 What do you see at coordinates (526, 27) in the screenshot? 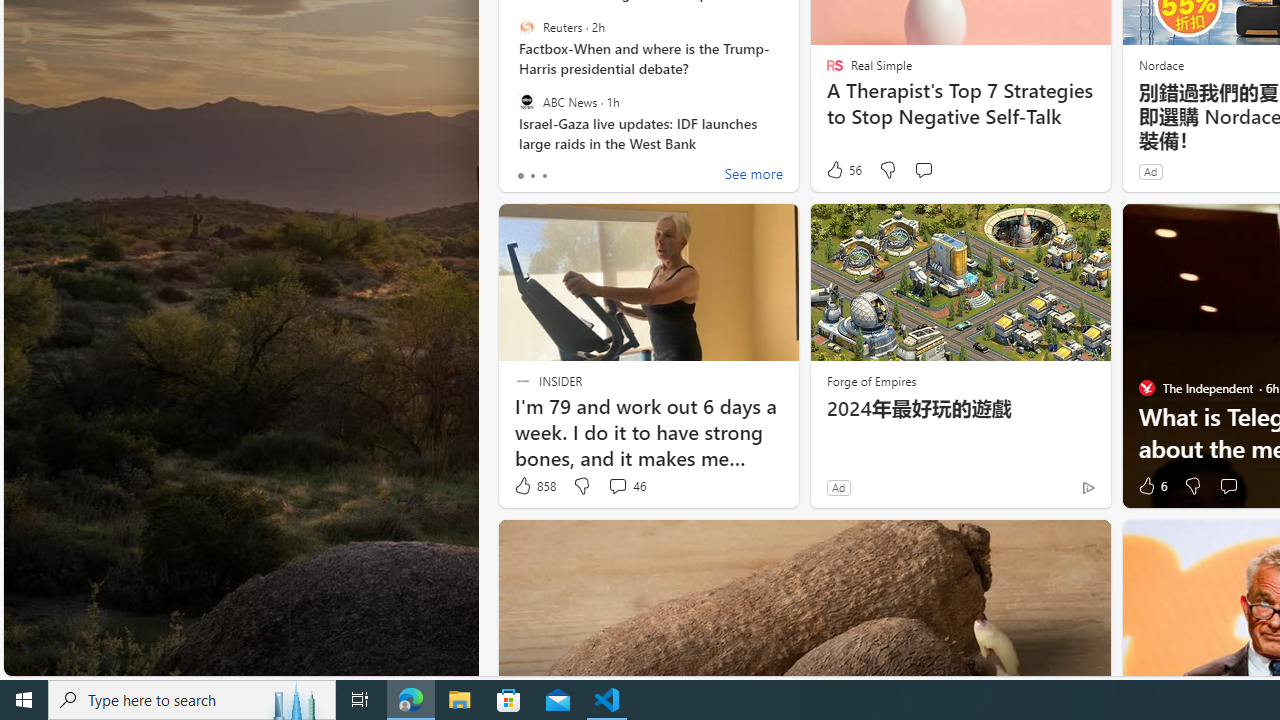
I see `'Reuters'` at bounding box center [526, 27].